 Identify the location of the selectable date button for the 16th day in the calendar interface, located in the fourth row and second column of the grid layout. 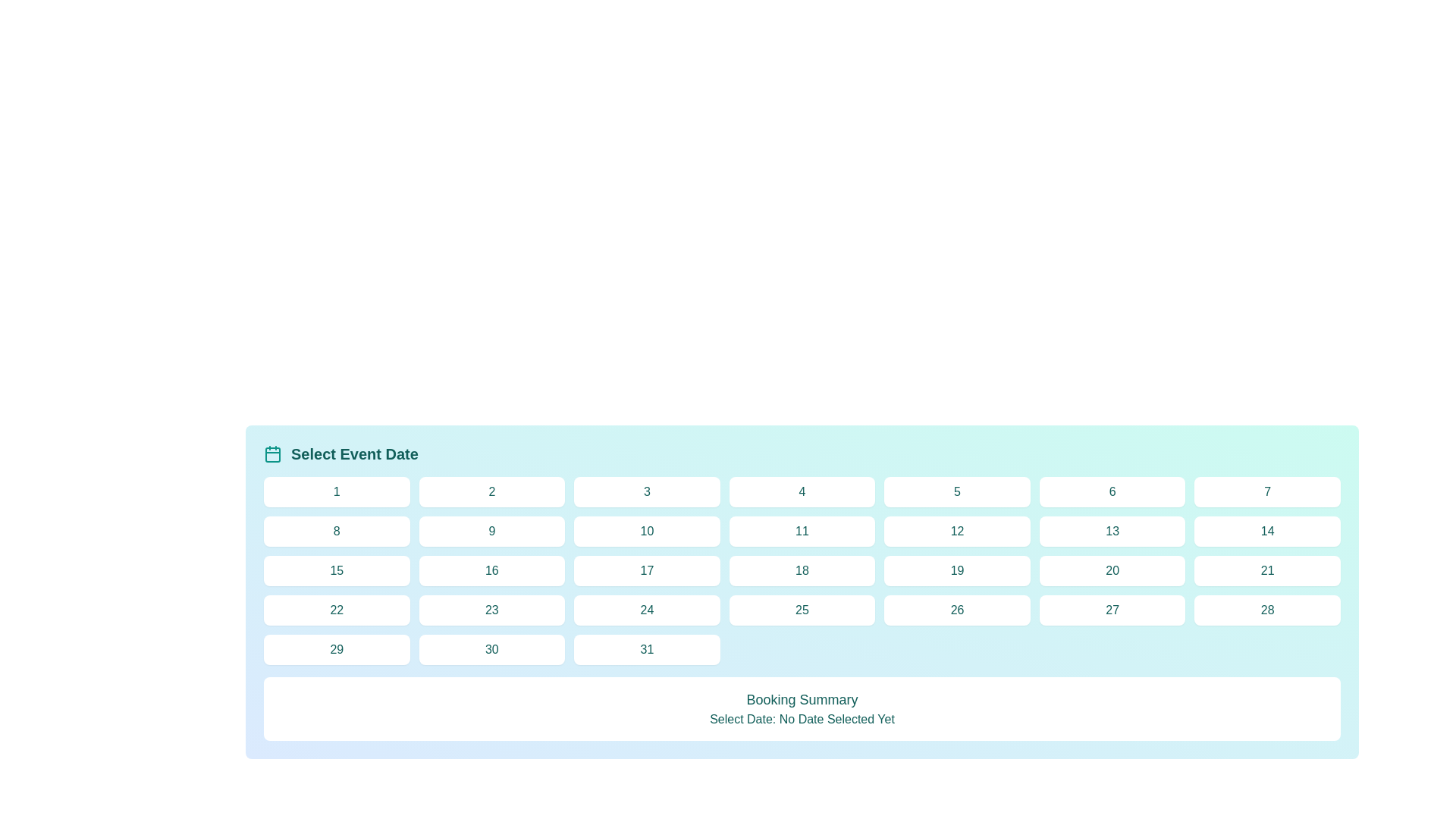
(491, 570).